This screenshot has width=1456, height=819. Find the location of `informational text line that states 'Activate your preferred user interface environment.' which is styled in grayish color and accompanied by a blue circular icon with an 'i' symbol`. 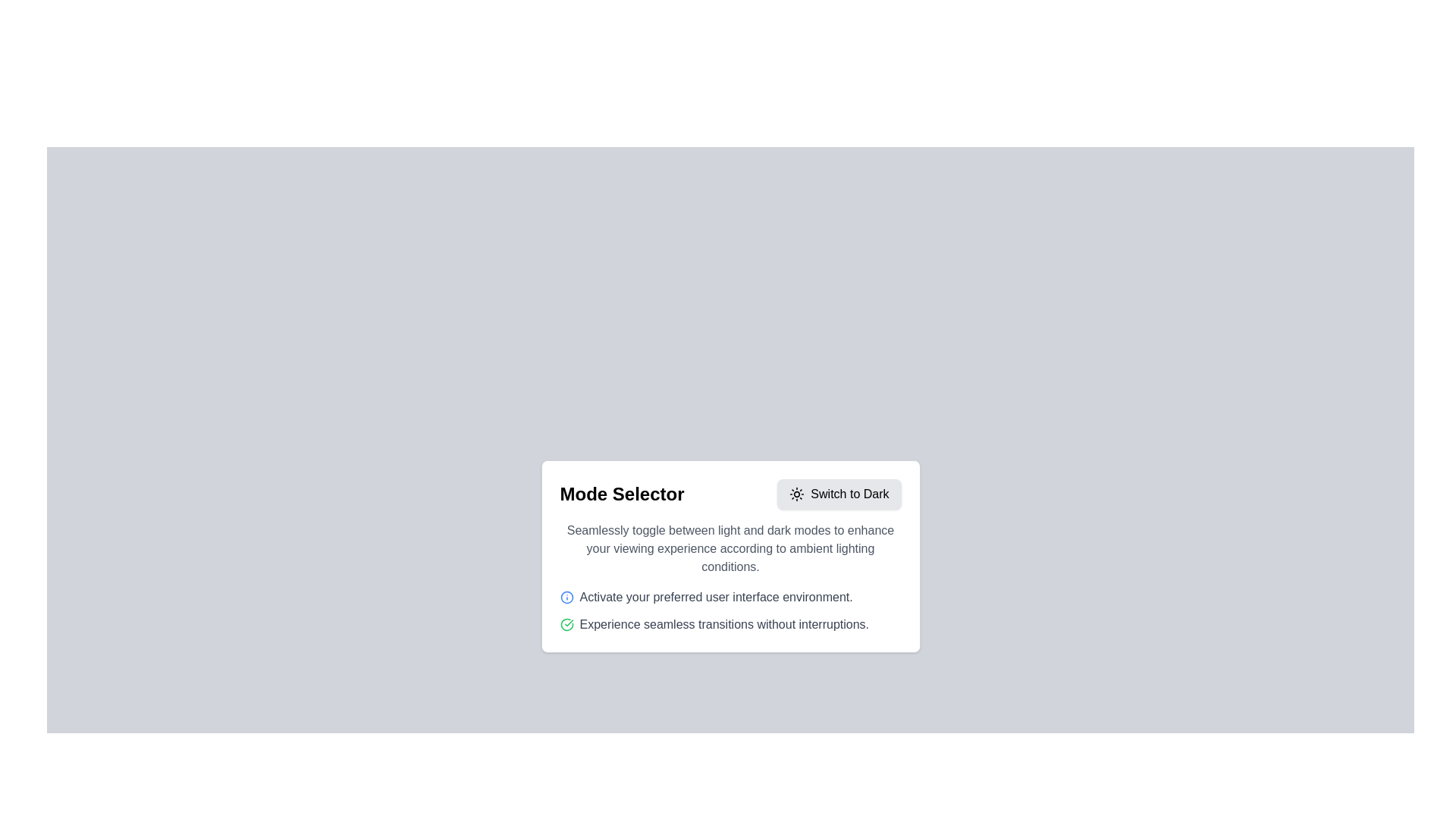

informational text line that states 'Activate your preferred user interface environment.' which is styled in grayish color and accompanied by a blue circular icon with an 'i' symbol is located at coordinates (730, 596).